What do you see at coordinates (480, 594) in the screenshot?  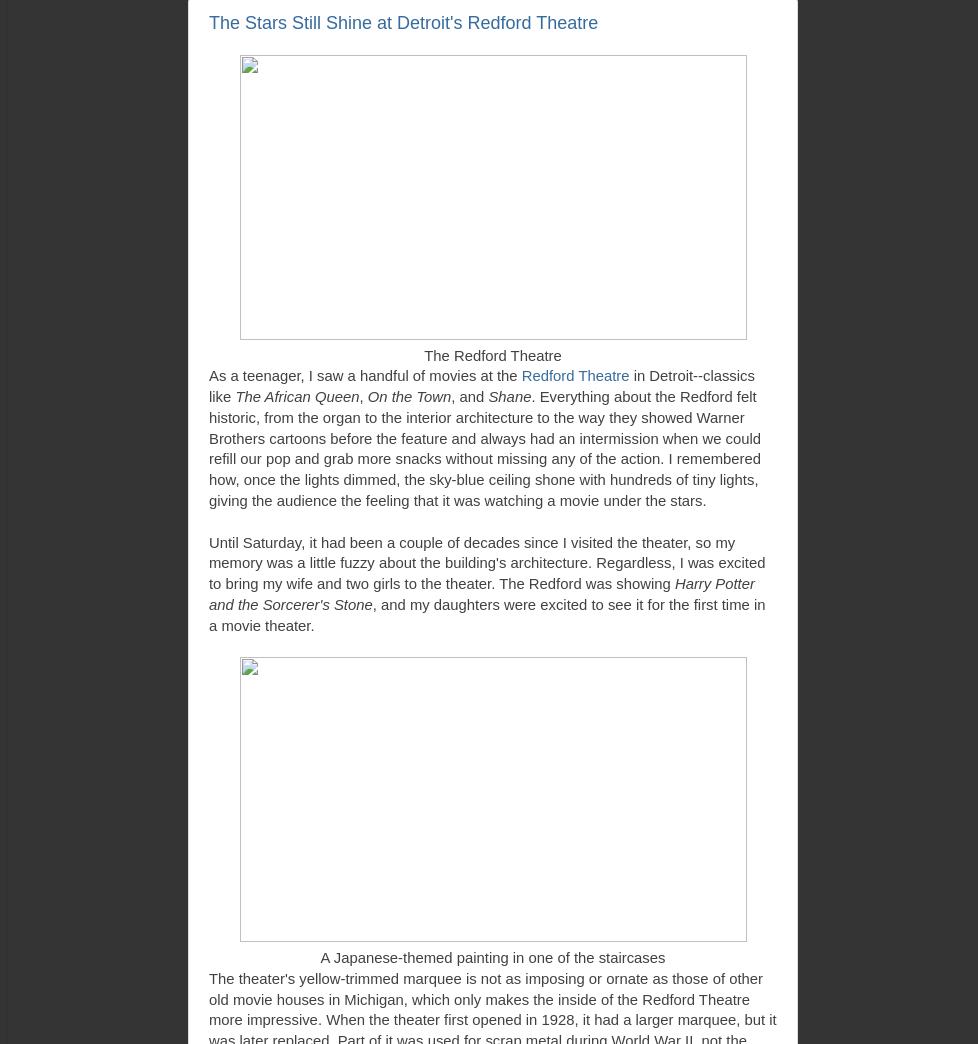 I see `'Harry Potter and the Sorcerer's Stone'` at bounding box center [480, 594].